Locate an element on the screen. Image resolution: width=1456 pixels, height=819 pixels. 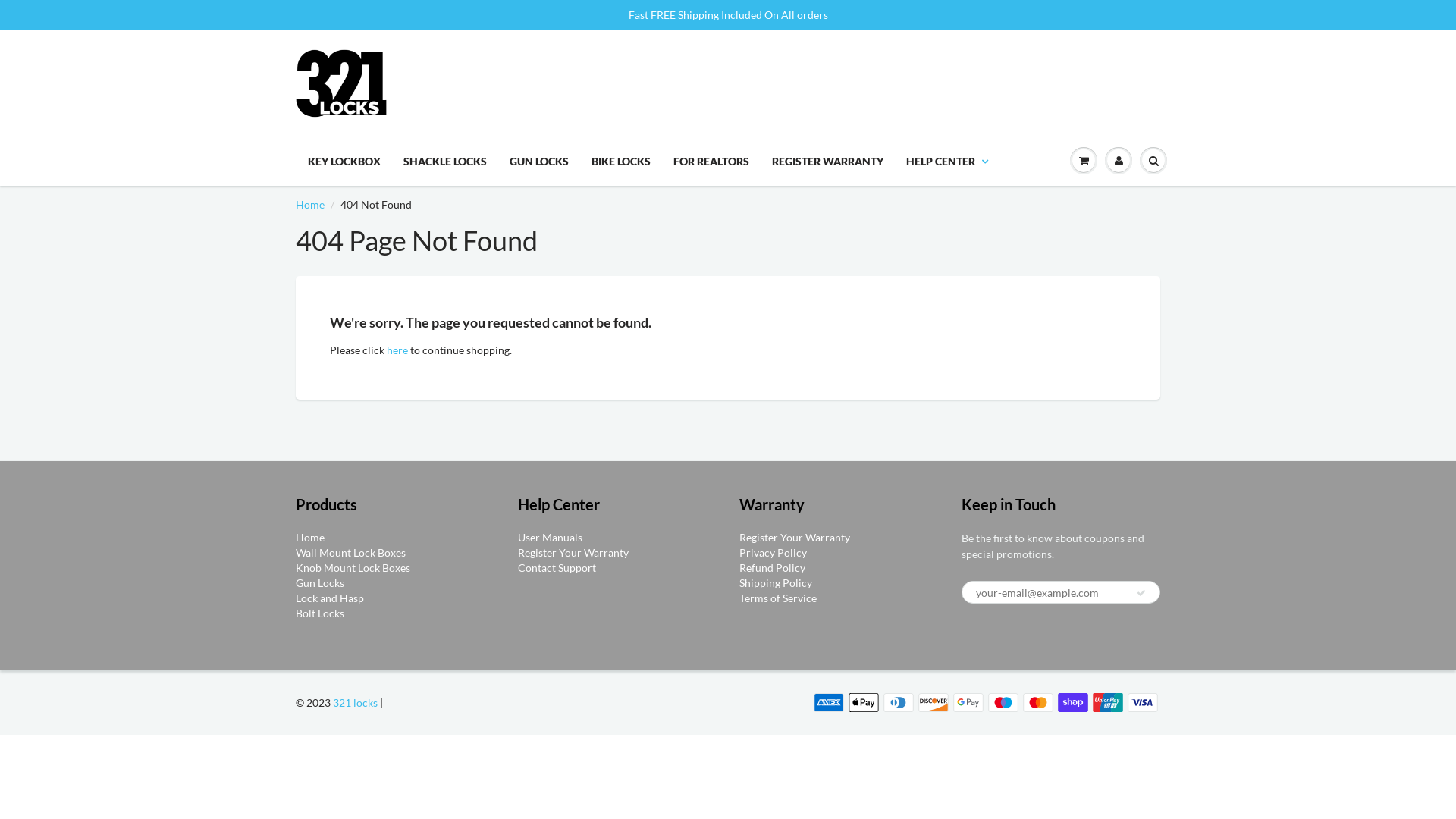
'Privacy Policy' is located at coordinates (773, 552).